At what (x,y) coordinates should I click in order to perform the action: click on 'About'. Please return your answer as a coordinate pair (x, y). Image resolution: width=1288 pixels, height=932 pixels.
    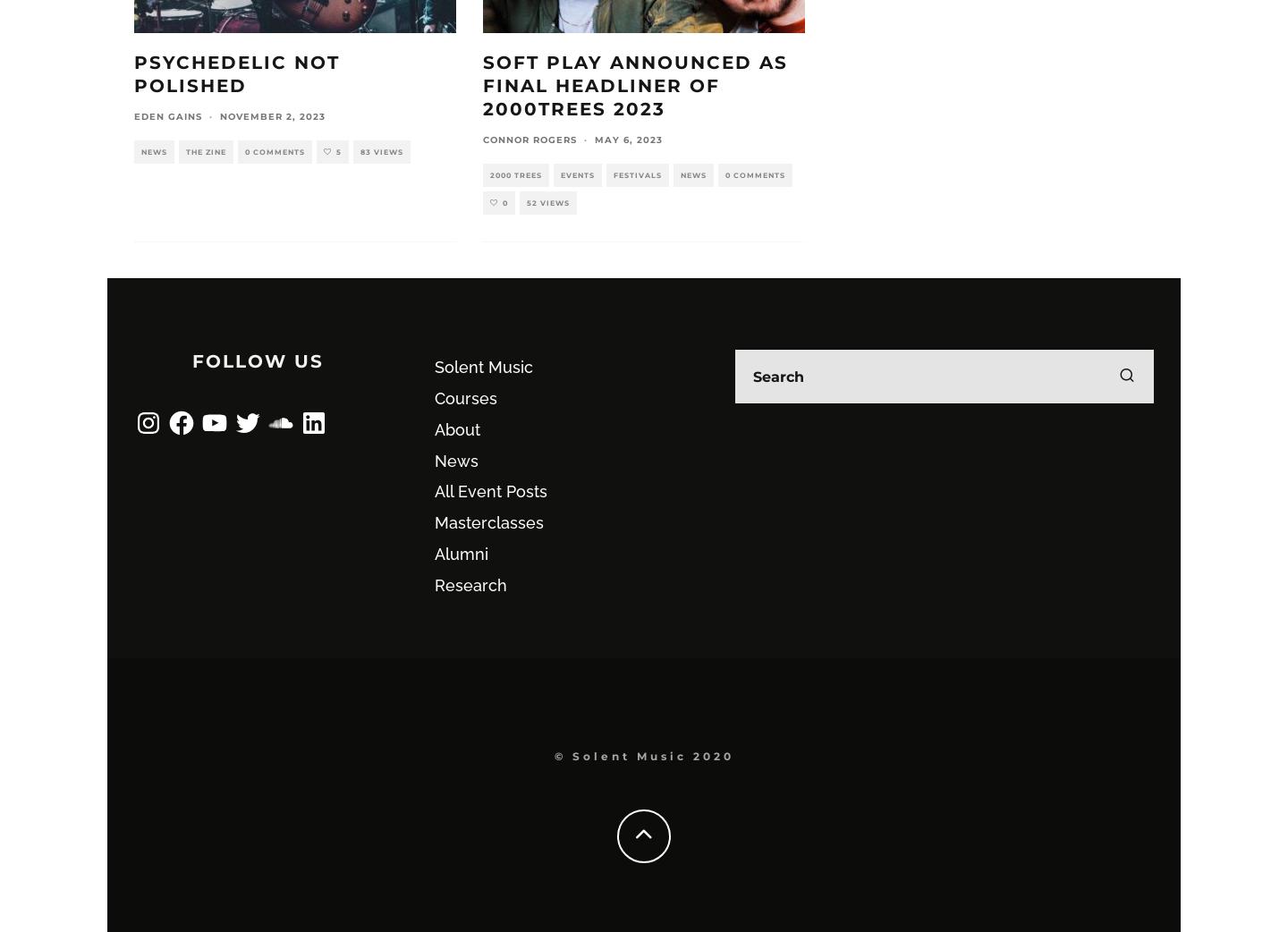
    Looking at the image, I should click on (434, 428).